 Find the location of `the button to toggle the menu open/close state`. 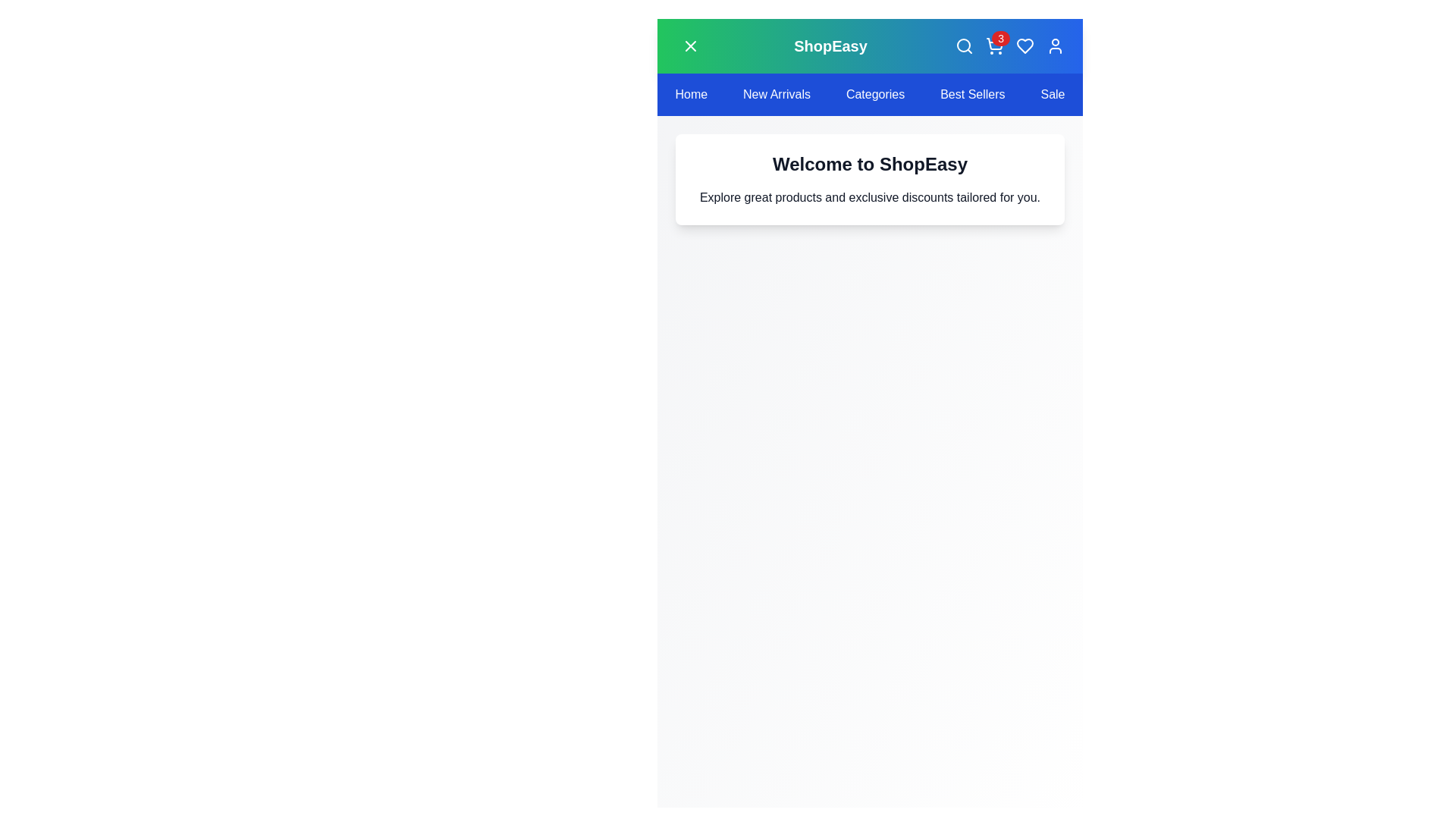

the button to toggle the menu open/close state is located at coordinates (690, 45).